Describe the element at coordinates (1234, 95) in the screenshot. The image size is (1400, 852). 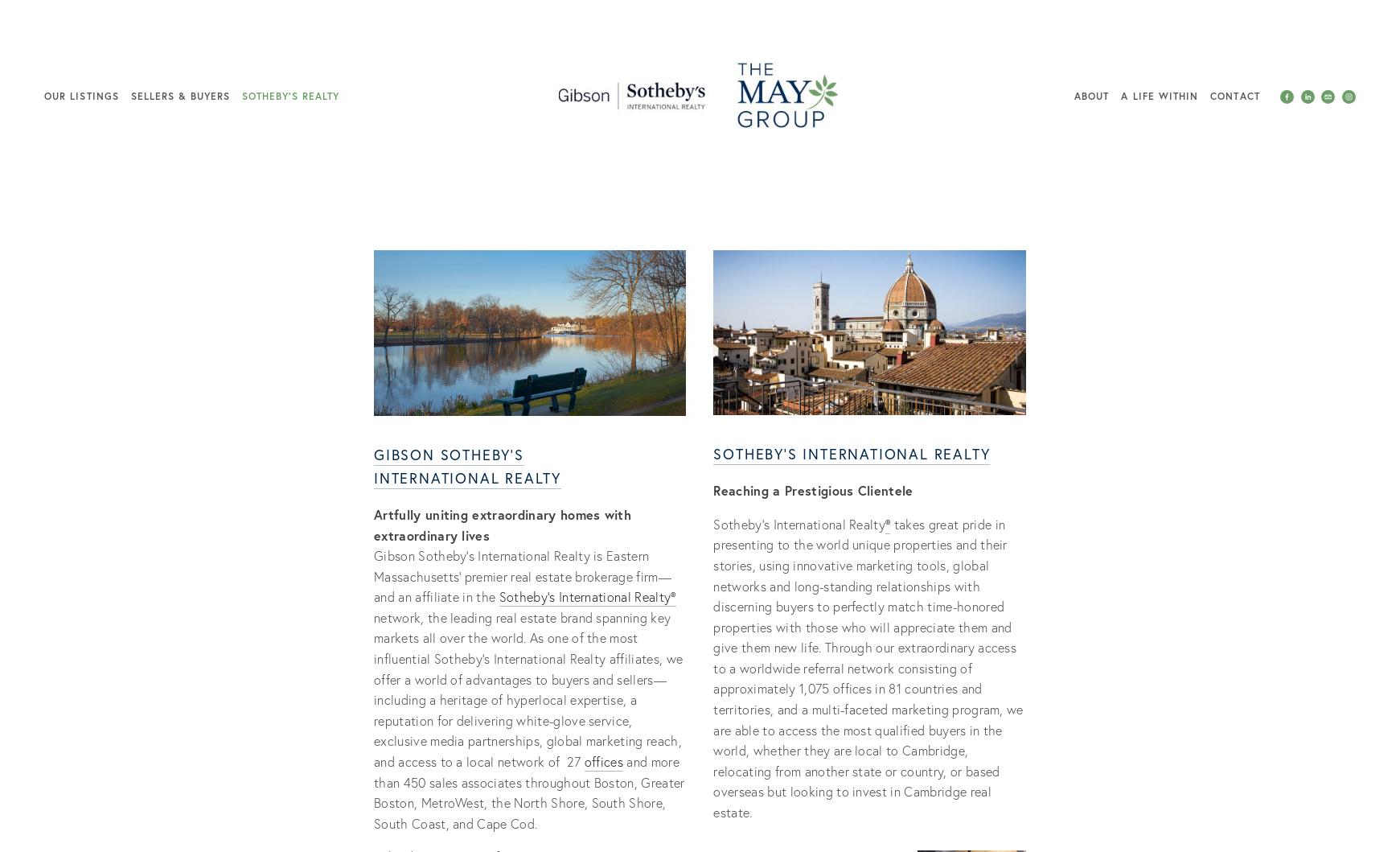
I see `'Contact'` at that location.